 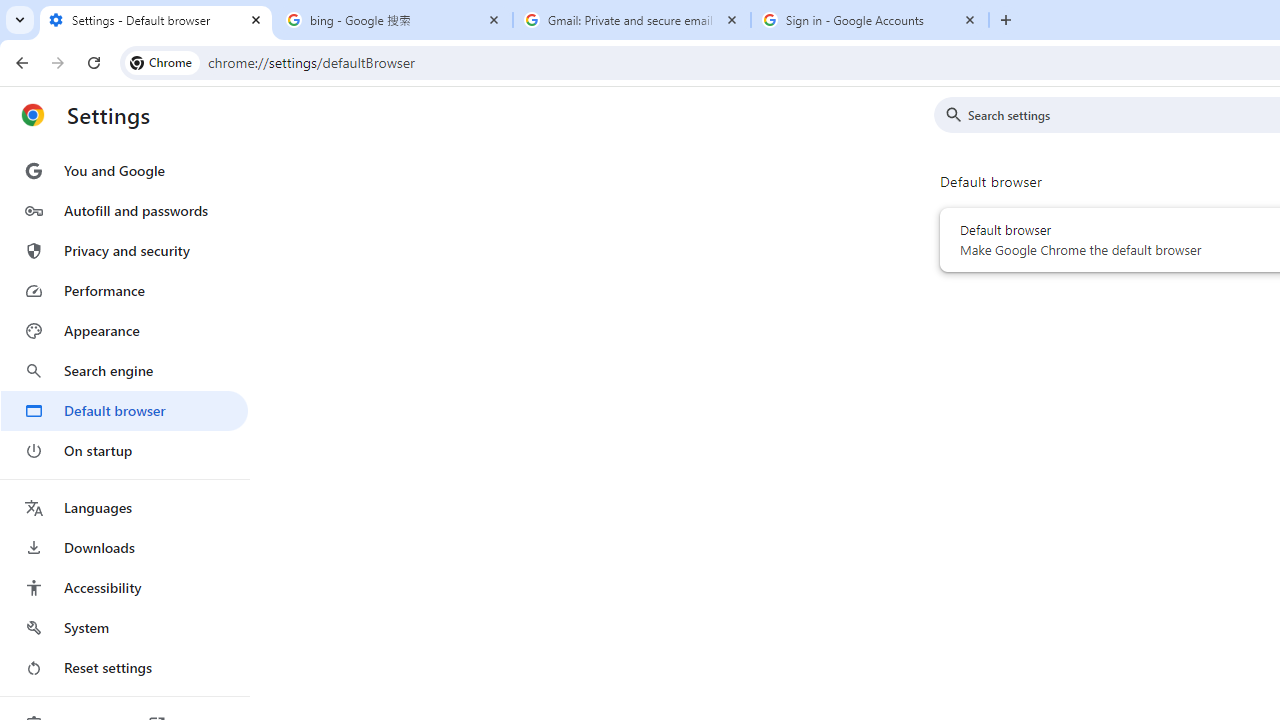 What do you see at coordinates (870, 20) in the screenshot?
I see `'Sign in - Google Accounts'` at bounding box center [870, 20].